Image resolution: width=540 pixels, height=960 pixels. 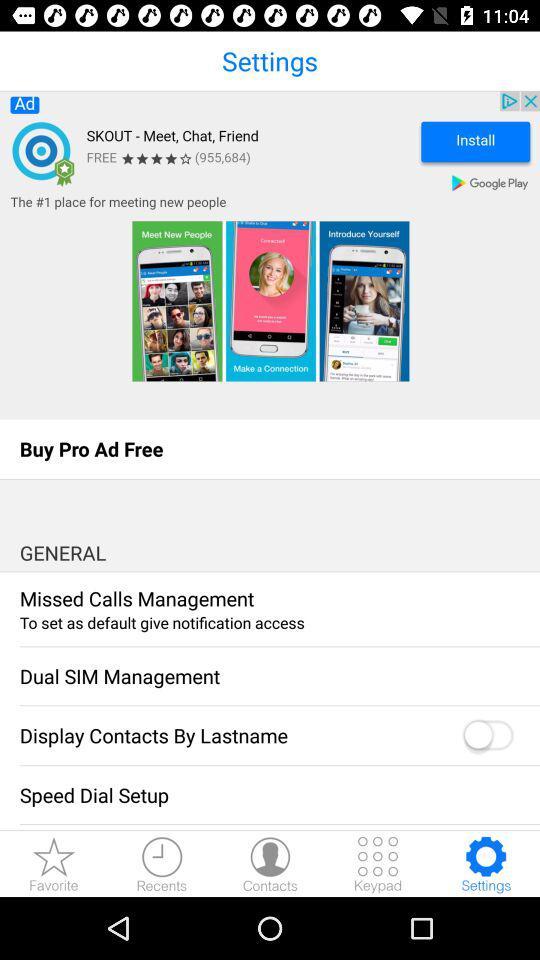 What do you see at coordinates (161, 863) in the screenshot?
I see `open recents` at bounding box center [161, 863].